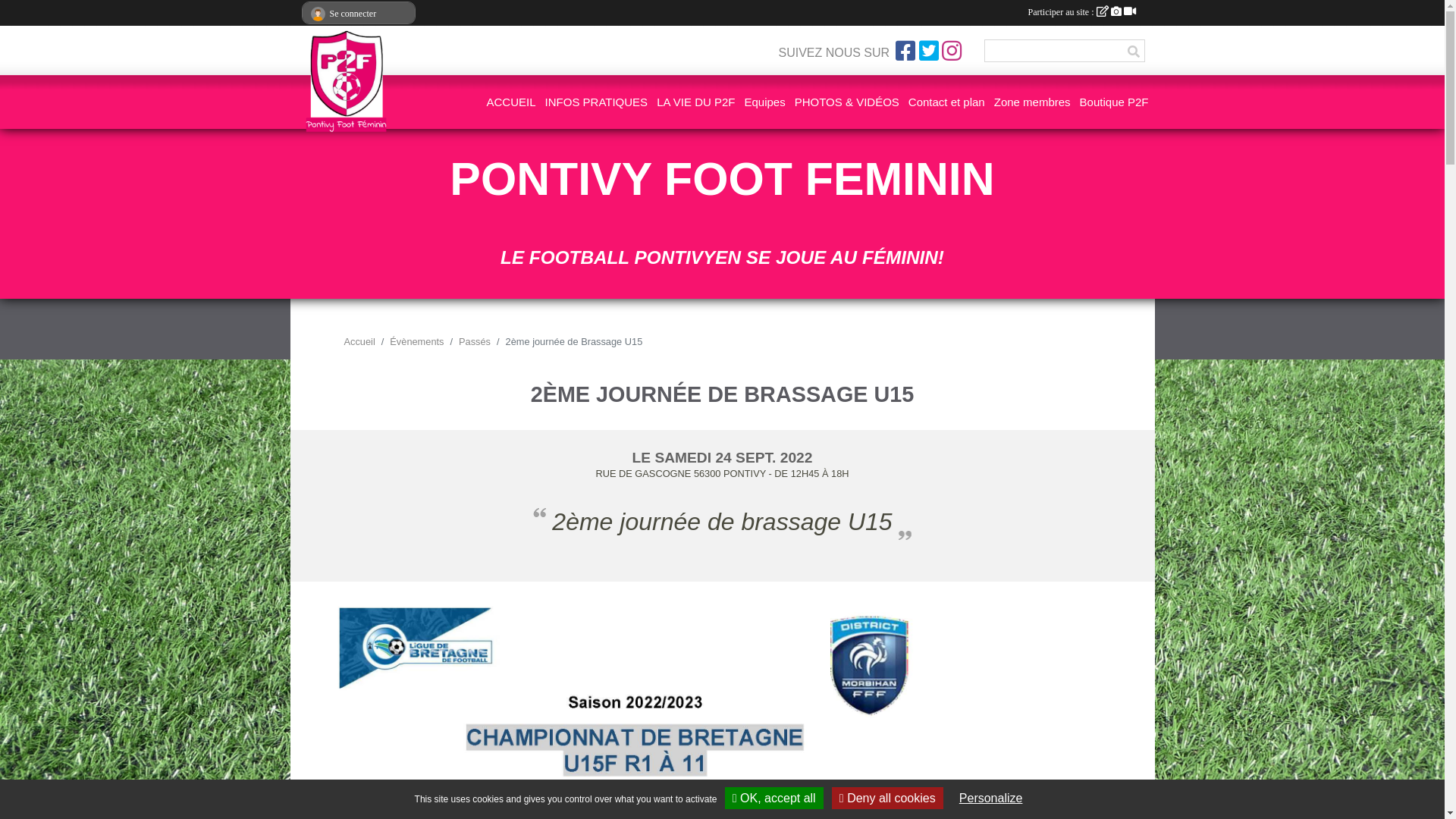 This screenshot has height=819, width=1456. I want to click on 'Contact et plan', so click(908, 102).